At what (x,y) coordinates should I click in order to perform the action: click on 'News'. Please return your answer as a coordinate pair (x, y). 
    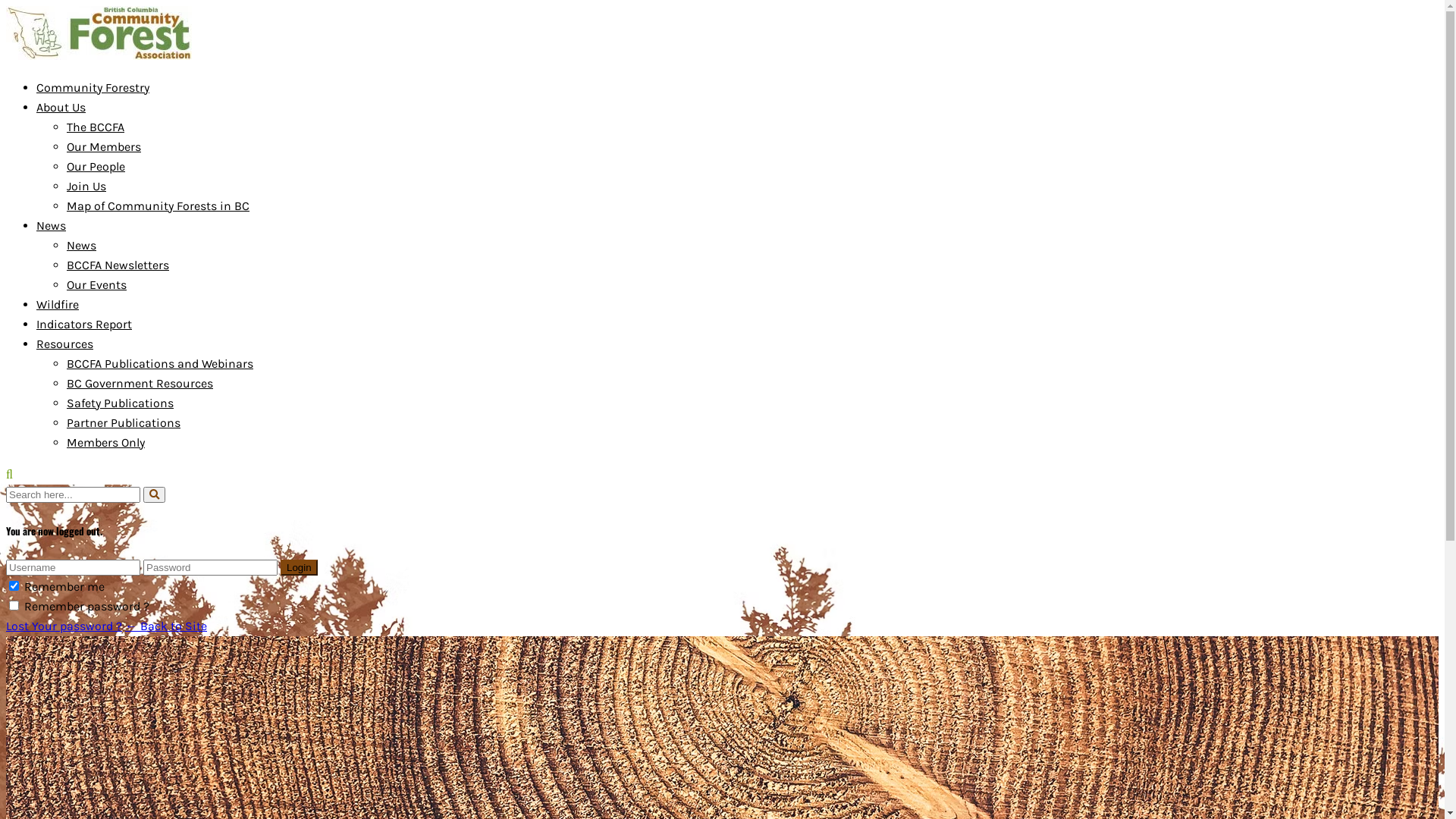
    Looking at the image, I should click on (51, 225).